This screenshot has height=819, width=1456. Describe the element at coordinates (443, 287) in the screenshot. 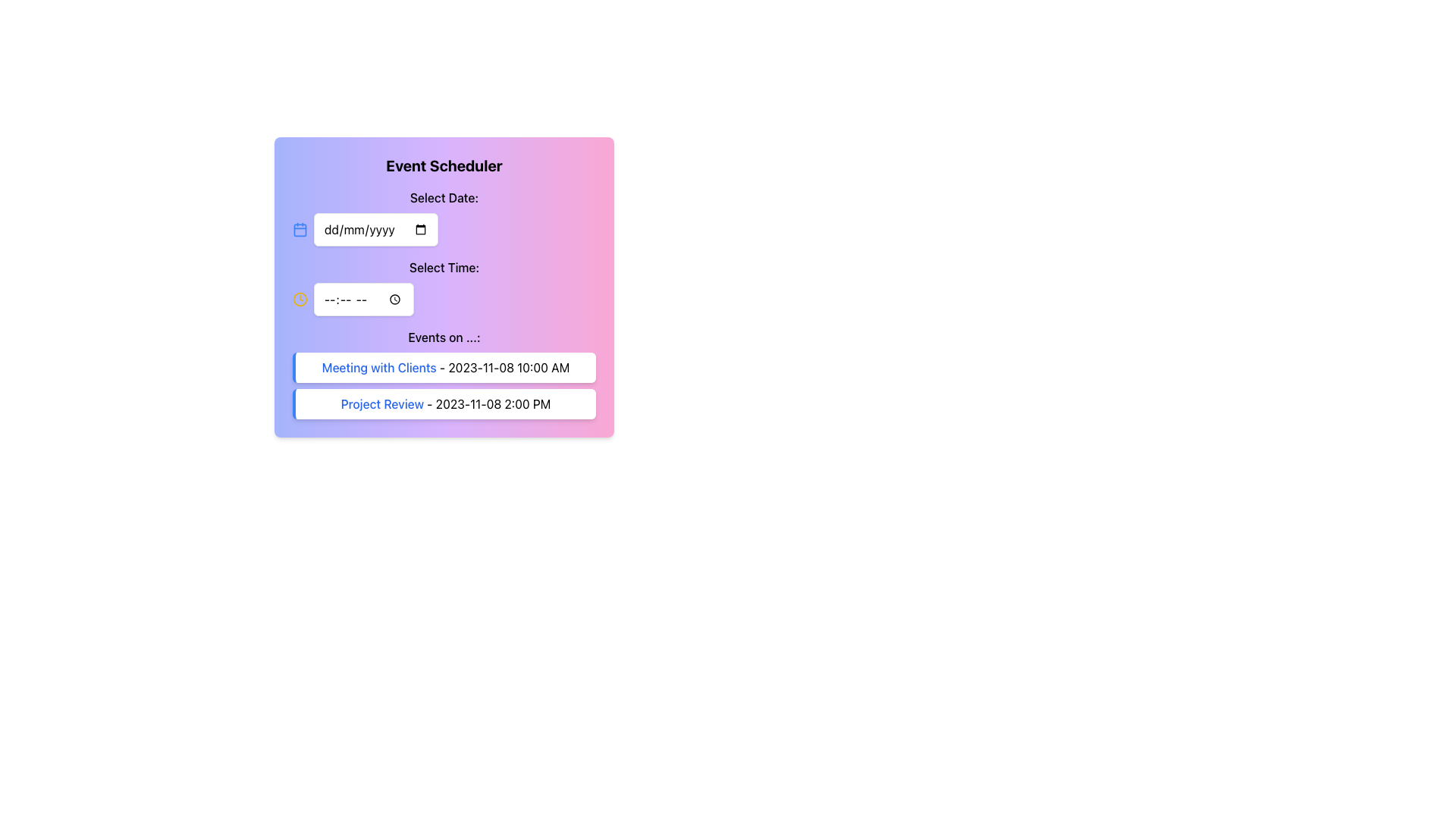

I see `the Time input field` at that location.